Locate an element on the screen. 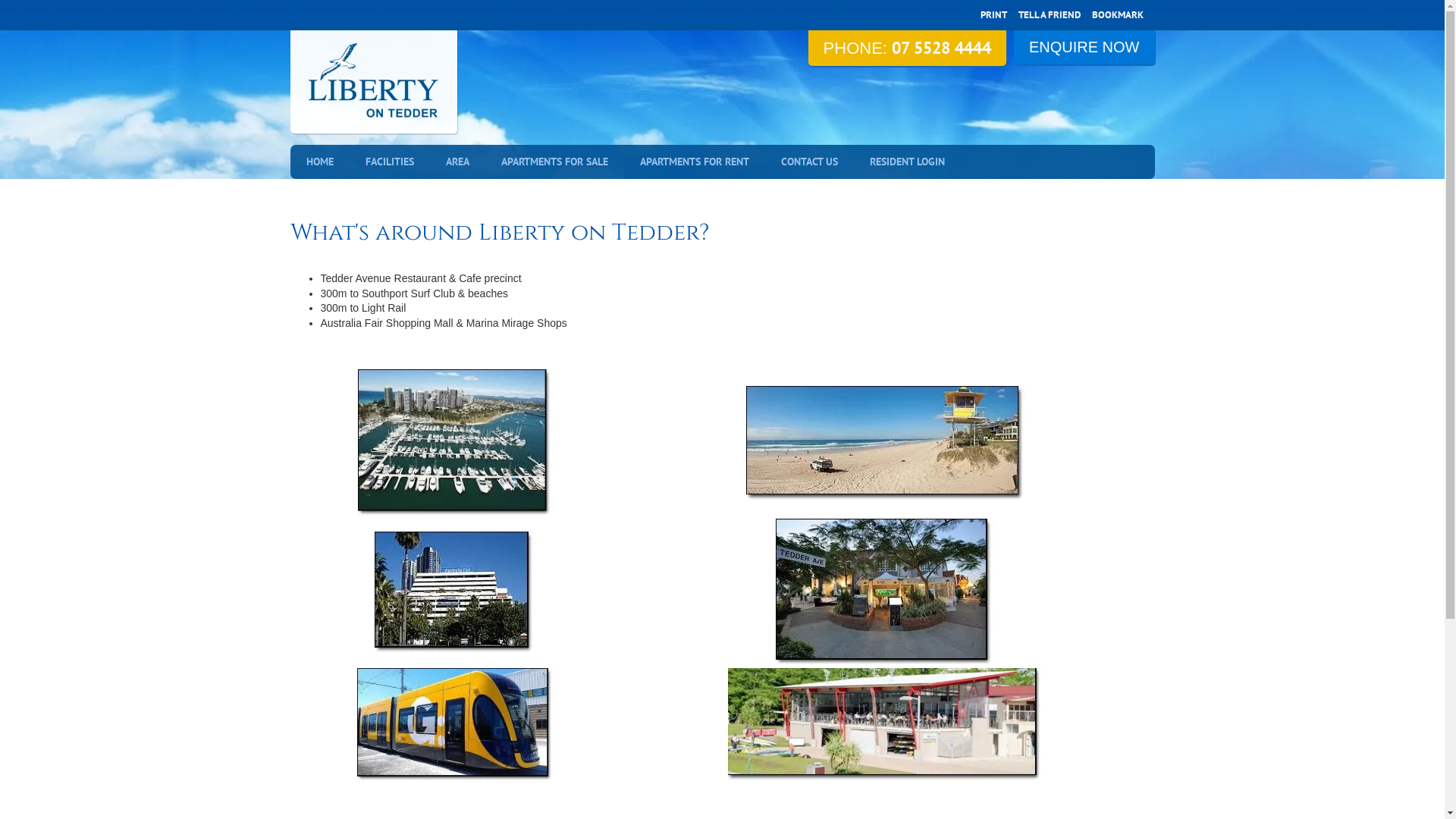  'APARTMENTS FOR RENT' is located at coordinates (693, 162).